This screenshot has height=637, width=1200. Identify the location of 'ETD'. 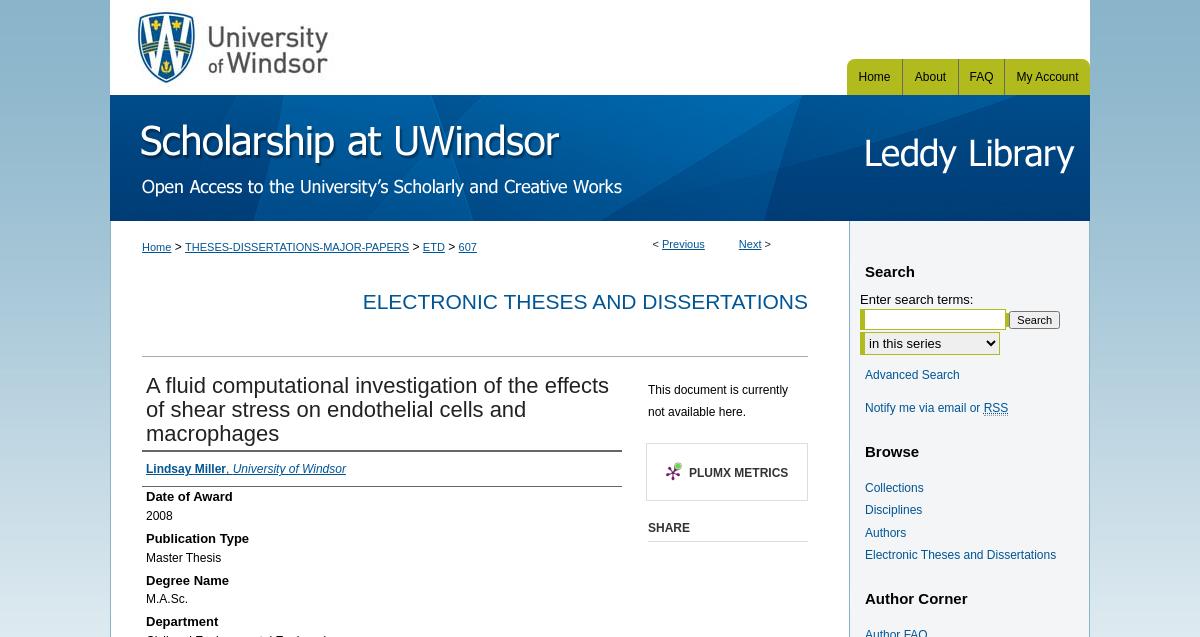
(432, 246).